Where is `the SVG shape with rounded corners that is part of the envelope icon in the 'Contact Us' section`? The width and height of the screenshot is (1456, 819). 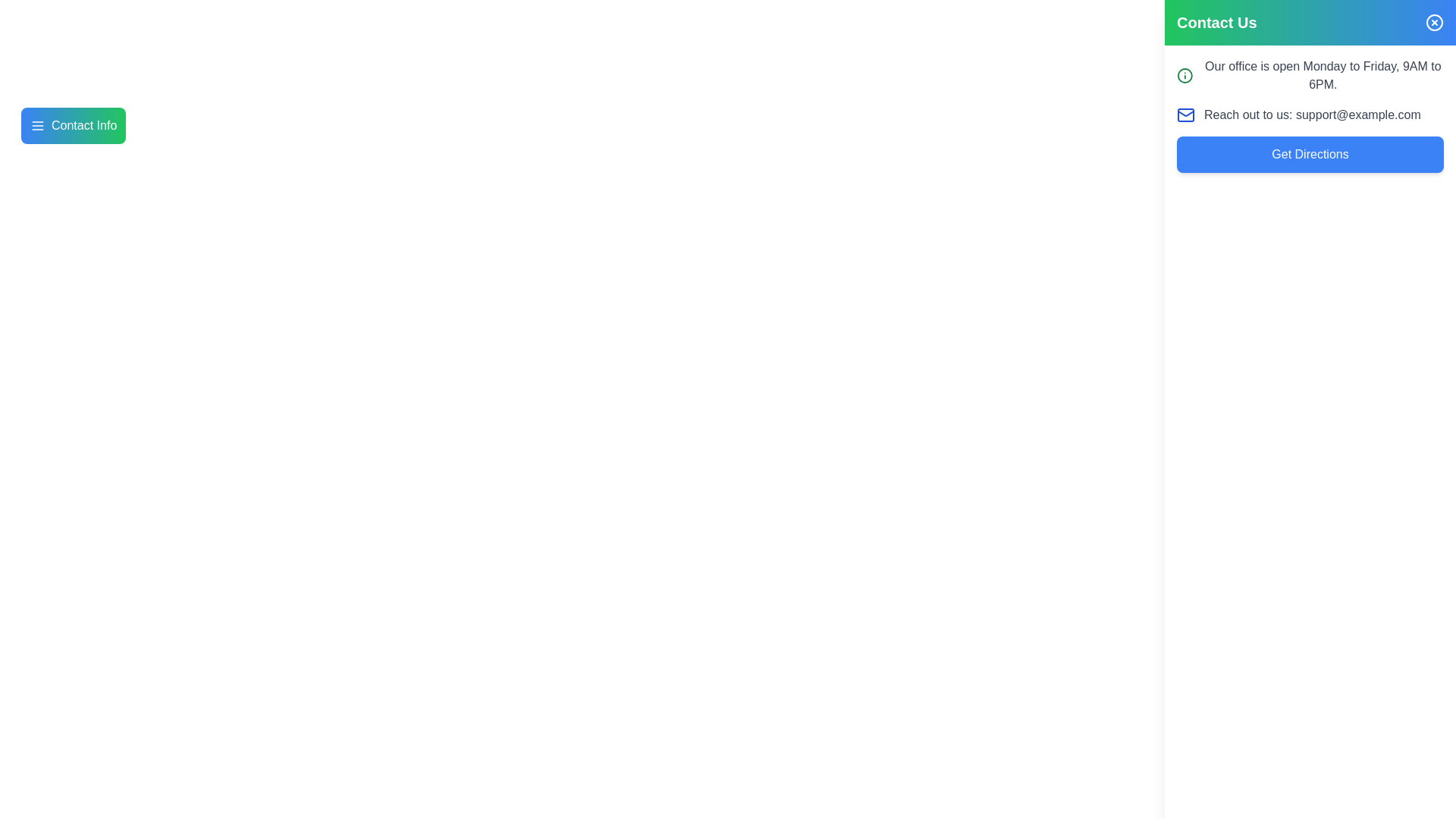 the SVG shape with rounded corners that is part of the envelope icon in the 'Contact Us' section is located at coordinates (1185, 114).